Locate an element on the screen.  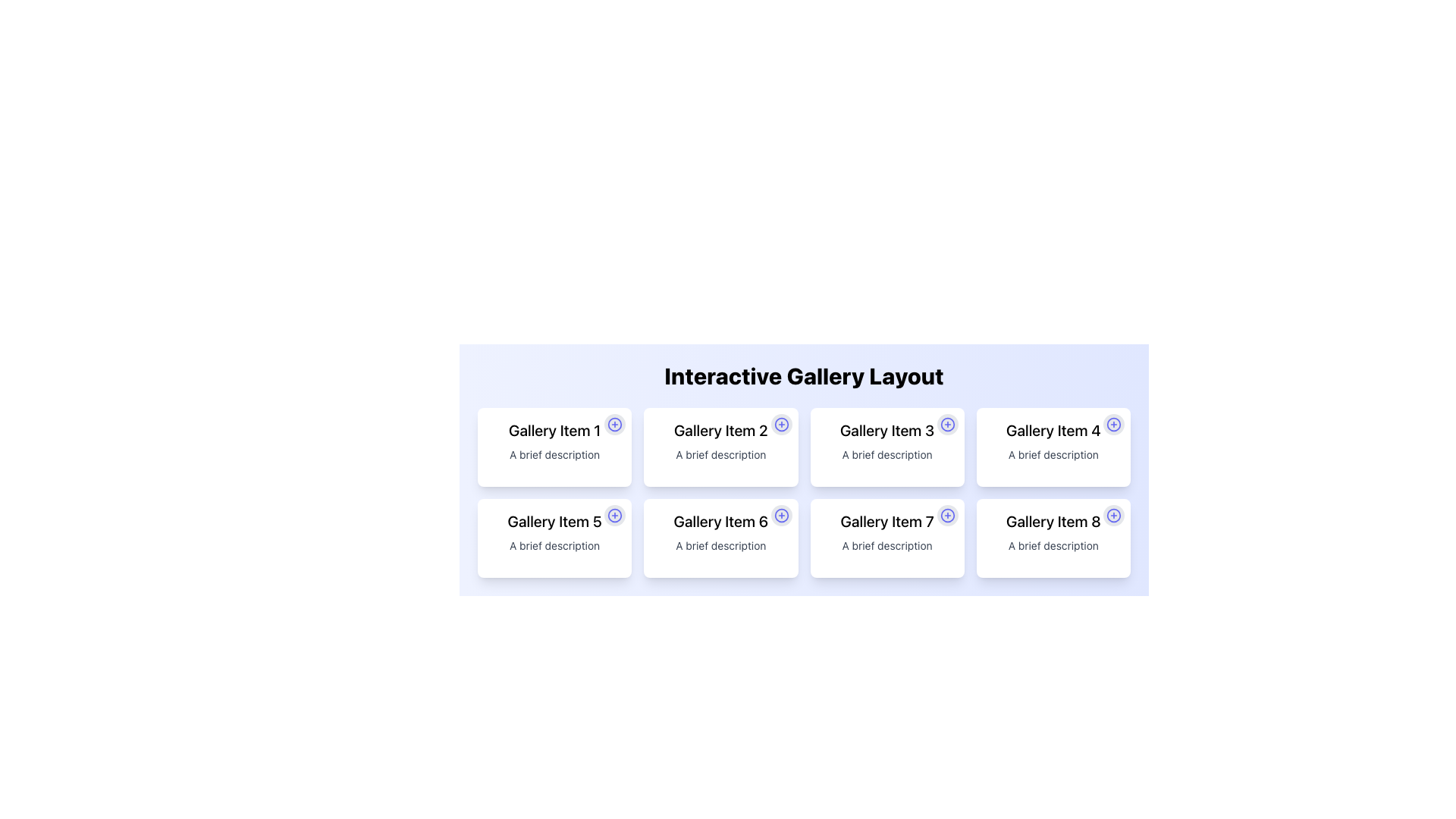
descriptive text label located directly beneath 'Gallery Item 3' in the card-like structure of the gallery layout is located at coordinates (887, 454).